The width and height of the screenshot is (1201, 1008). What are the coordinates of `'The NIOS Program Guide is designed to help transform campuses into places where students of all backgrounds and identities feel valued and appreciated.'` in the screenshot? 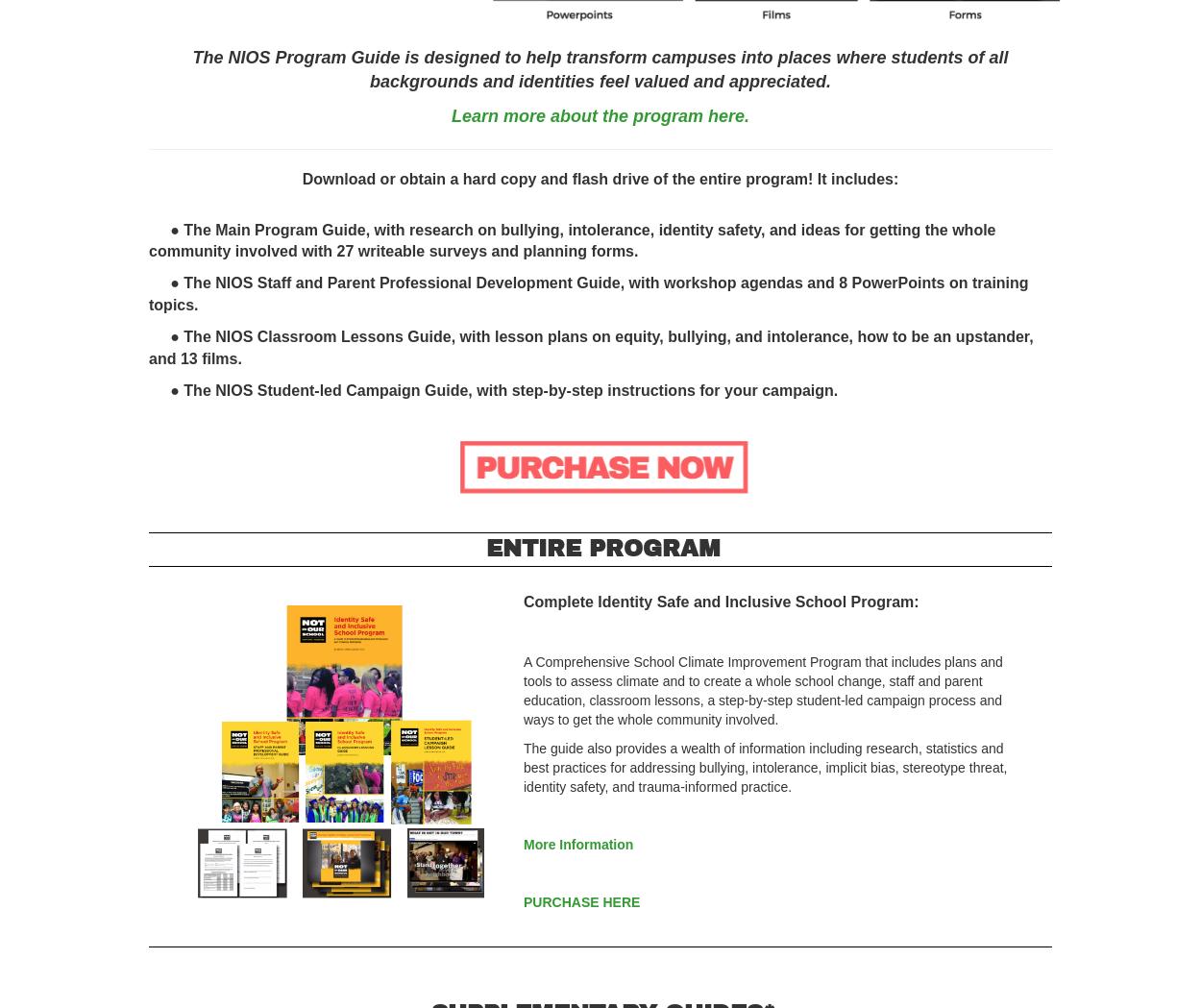 It's located at (599, 68).